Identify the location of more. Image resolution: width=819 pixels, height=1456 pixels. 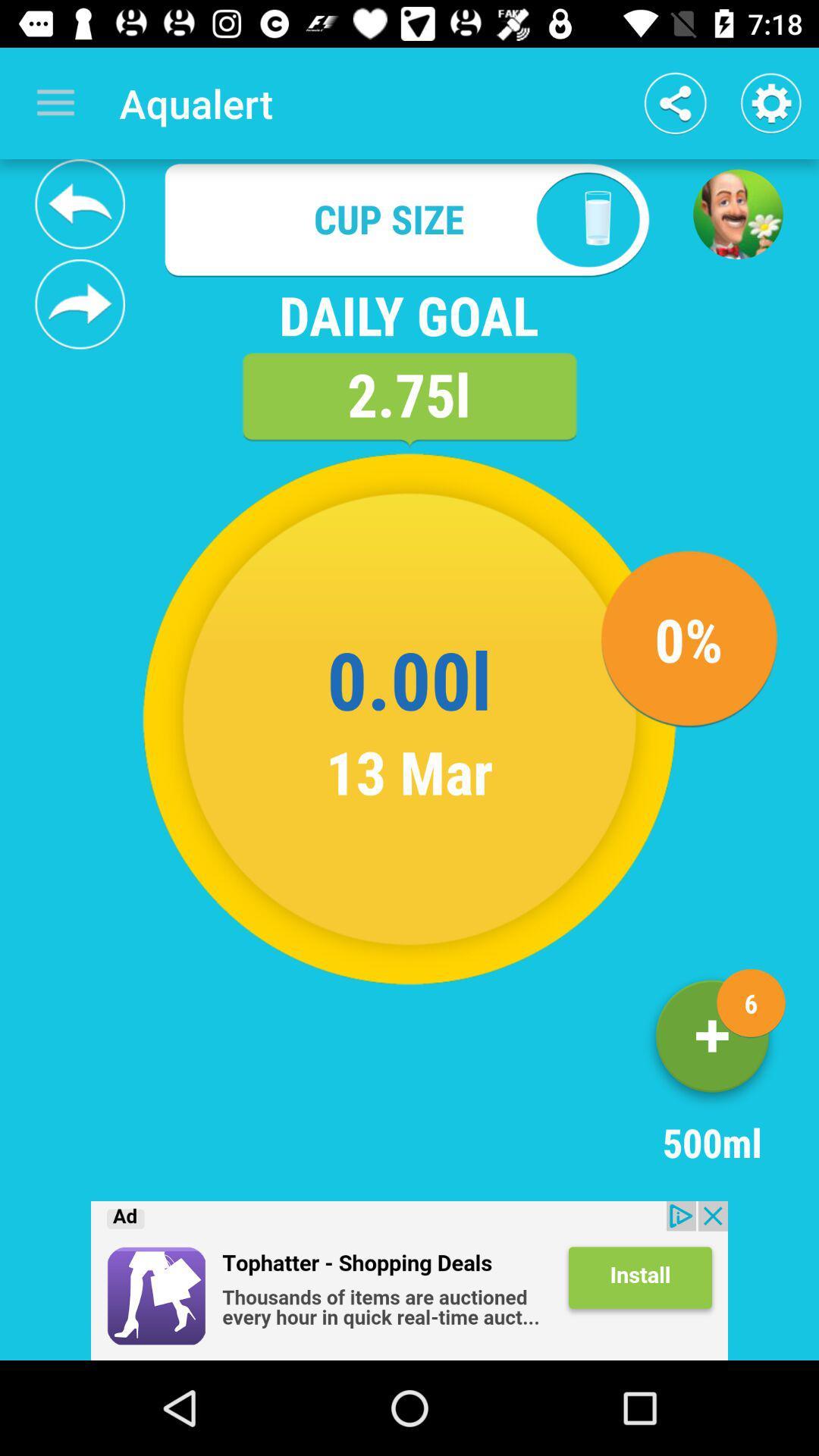
(712, 1041).